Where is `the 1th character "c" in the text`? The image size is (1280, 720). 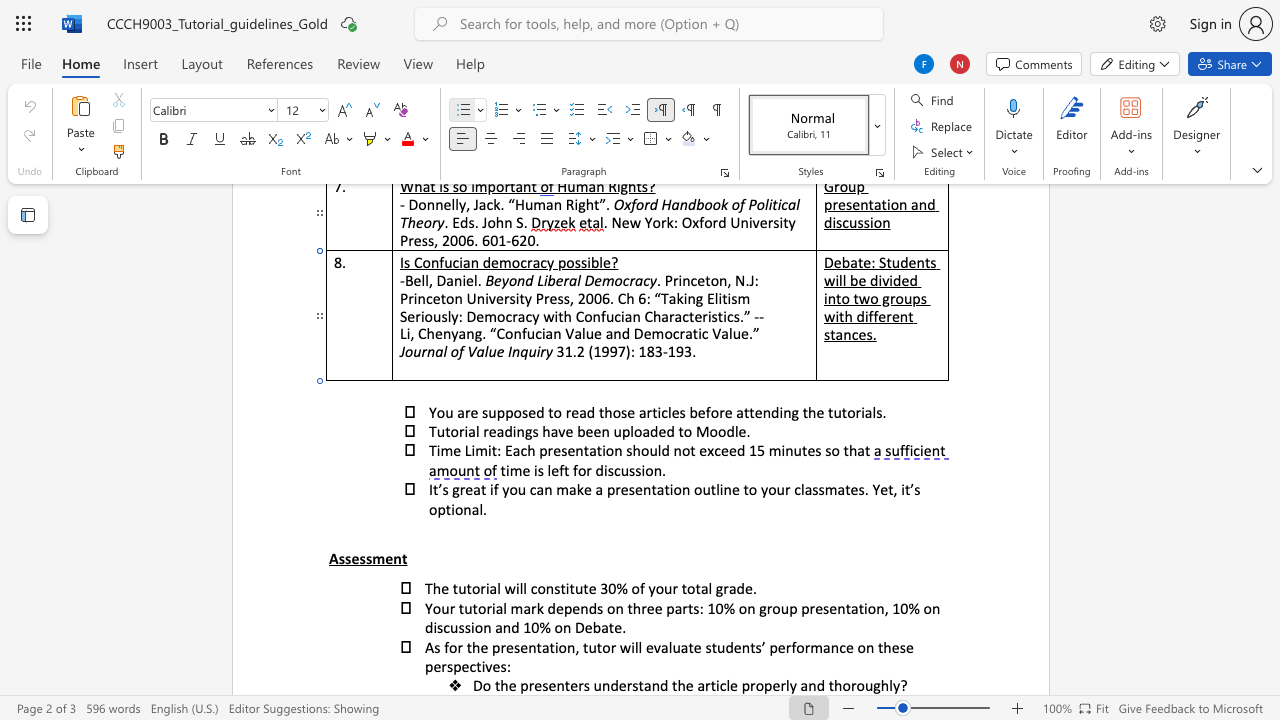
the 1th character "c" in the text is located at coordinates (722, 684).